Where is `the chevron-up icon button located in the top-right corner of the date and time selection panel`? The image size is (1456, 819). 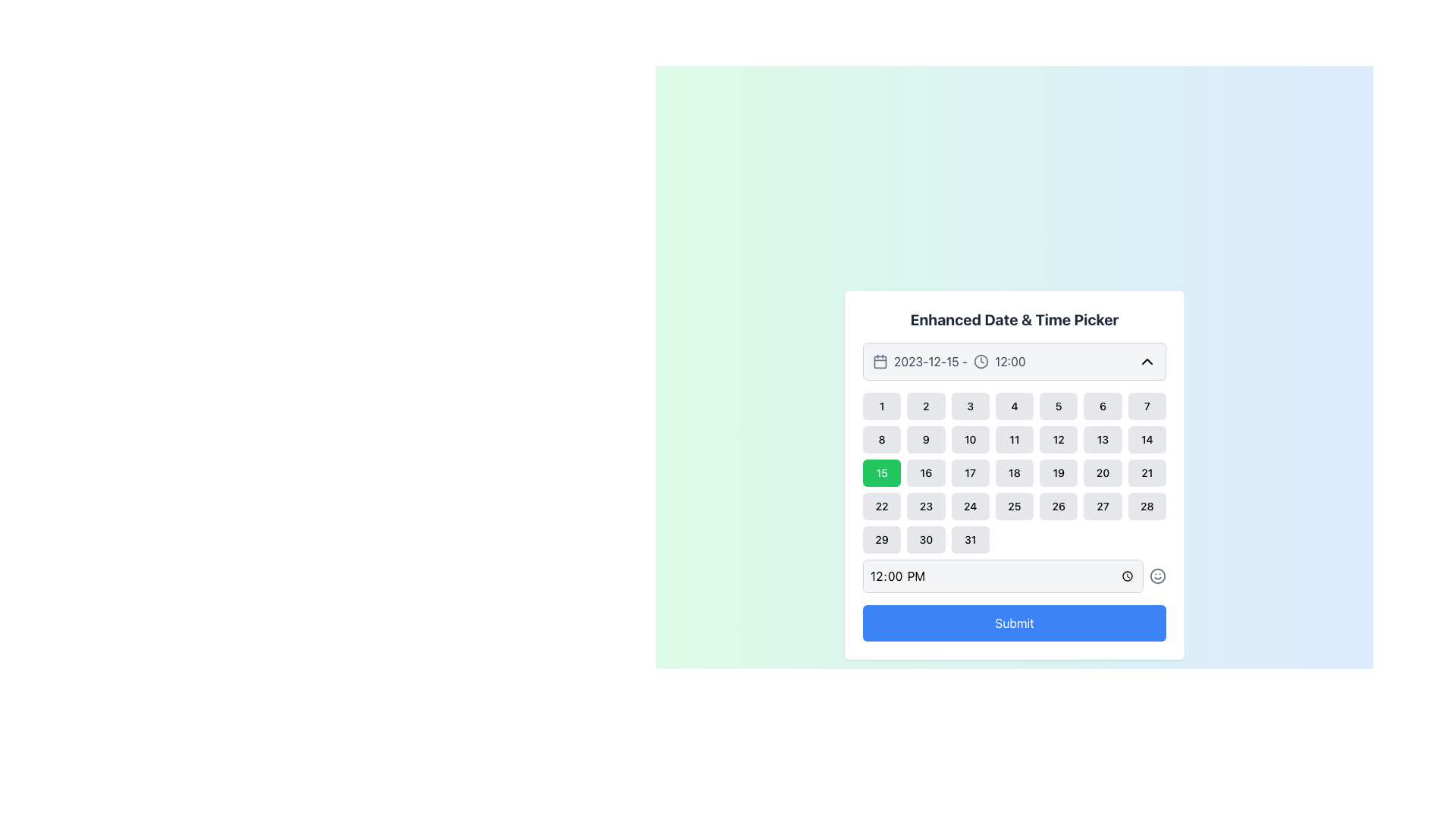
the chevron-up icon button located in the top-right corner of the date and time selection panel is located at coordinates (1147, 362).